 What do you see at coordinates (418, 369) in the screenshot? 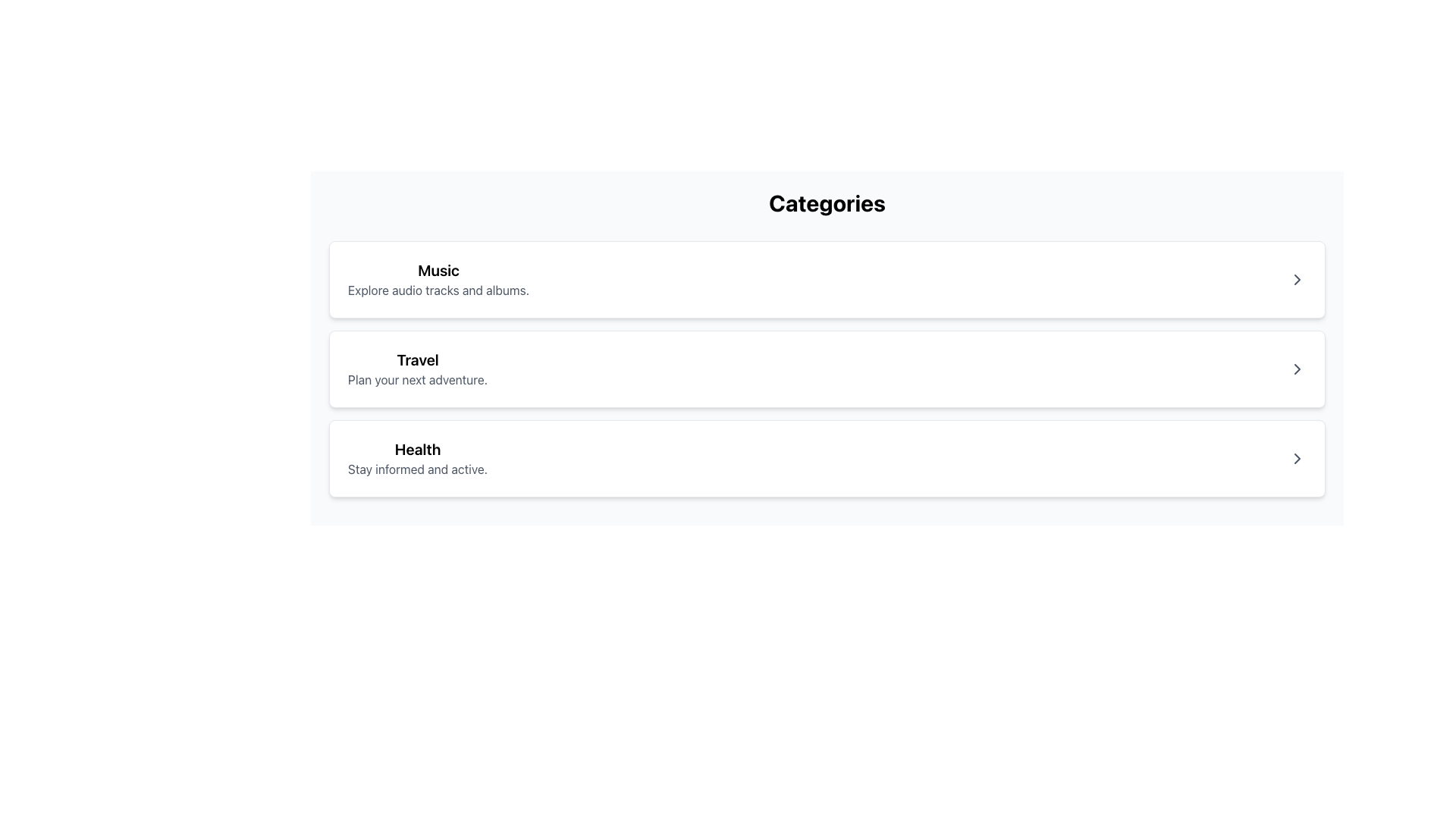
I see `the text label that contains 'Travel' in bold and larger font, with the second line reading 'Plan your next adventure.' positioned in the center of the second row of a vertically stacked list` at bounding box center [418, 369].